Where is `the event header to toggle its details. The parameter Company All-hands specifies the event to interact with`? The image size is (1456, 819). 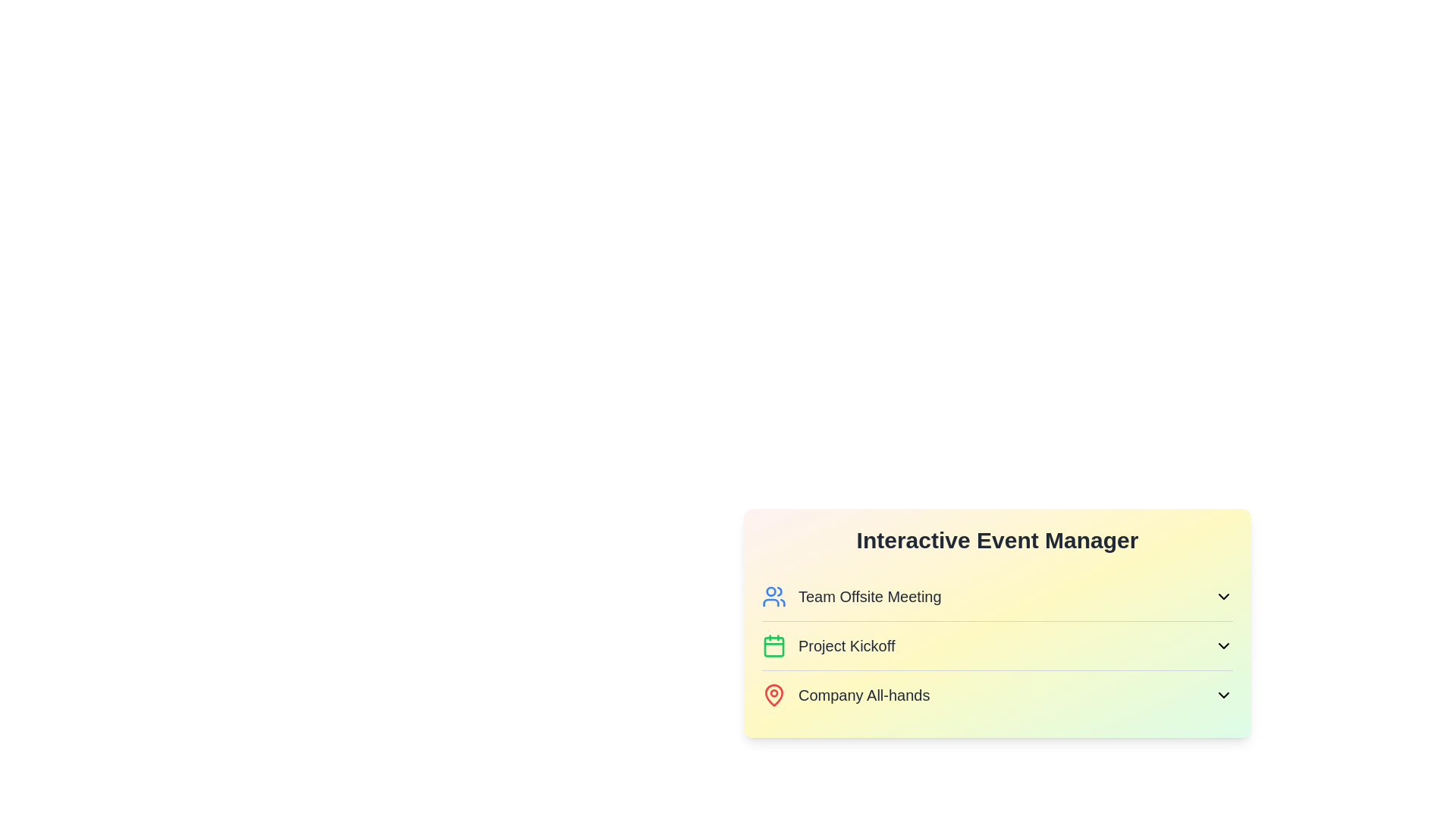
the event header to toggle its details. The parameter Company All-hands specifies the event to interact with is located at coordinates (997, 695).